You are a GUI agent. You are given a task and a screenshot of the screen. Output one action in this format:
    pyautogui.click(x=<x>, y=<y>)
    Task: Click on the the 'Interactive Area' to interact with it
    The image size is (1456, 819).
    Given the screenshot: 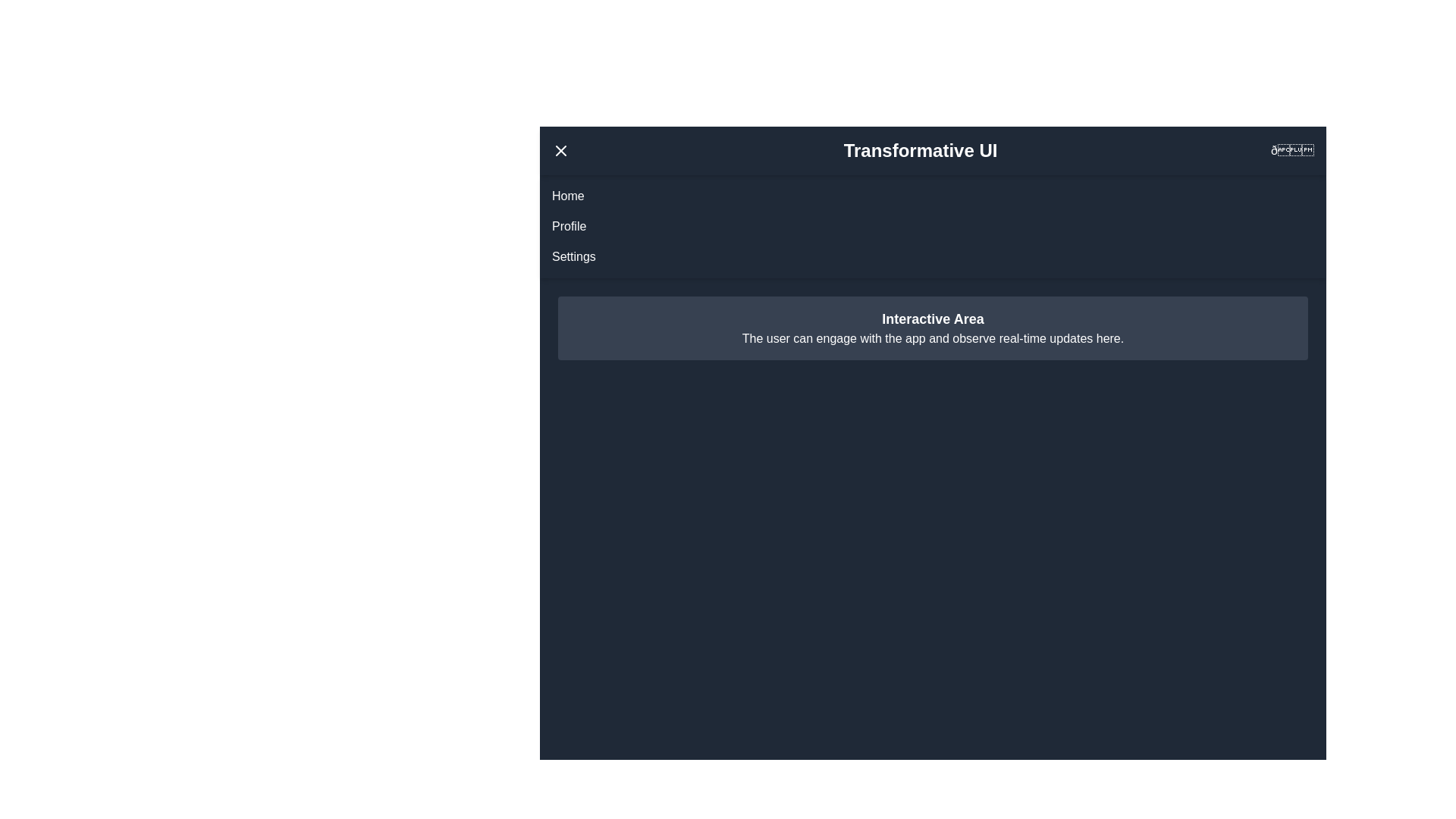 What is the action you would take?
    pyautogui.click(x=932, y=318)
    